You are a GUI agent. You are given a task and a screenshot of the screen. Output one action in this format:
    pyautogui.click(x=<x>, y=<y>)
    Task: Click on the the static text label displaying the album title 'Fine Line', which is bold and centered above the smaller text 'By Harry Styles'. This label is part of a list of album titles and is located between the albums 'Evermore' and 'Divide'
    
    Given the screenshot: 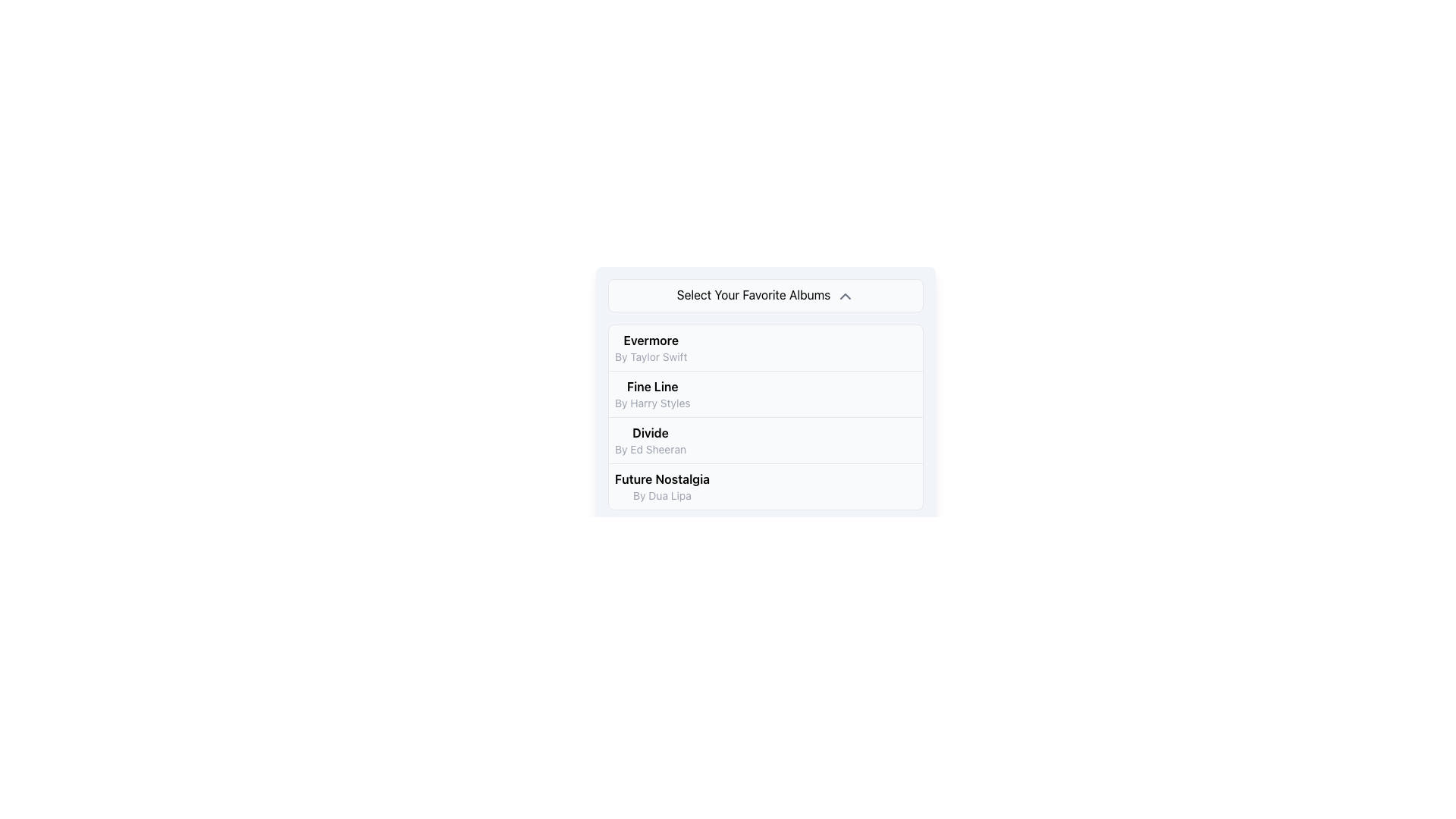 What is the action you would take?
    pyautogui.click(x=652, y=385)
    